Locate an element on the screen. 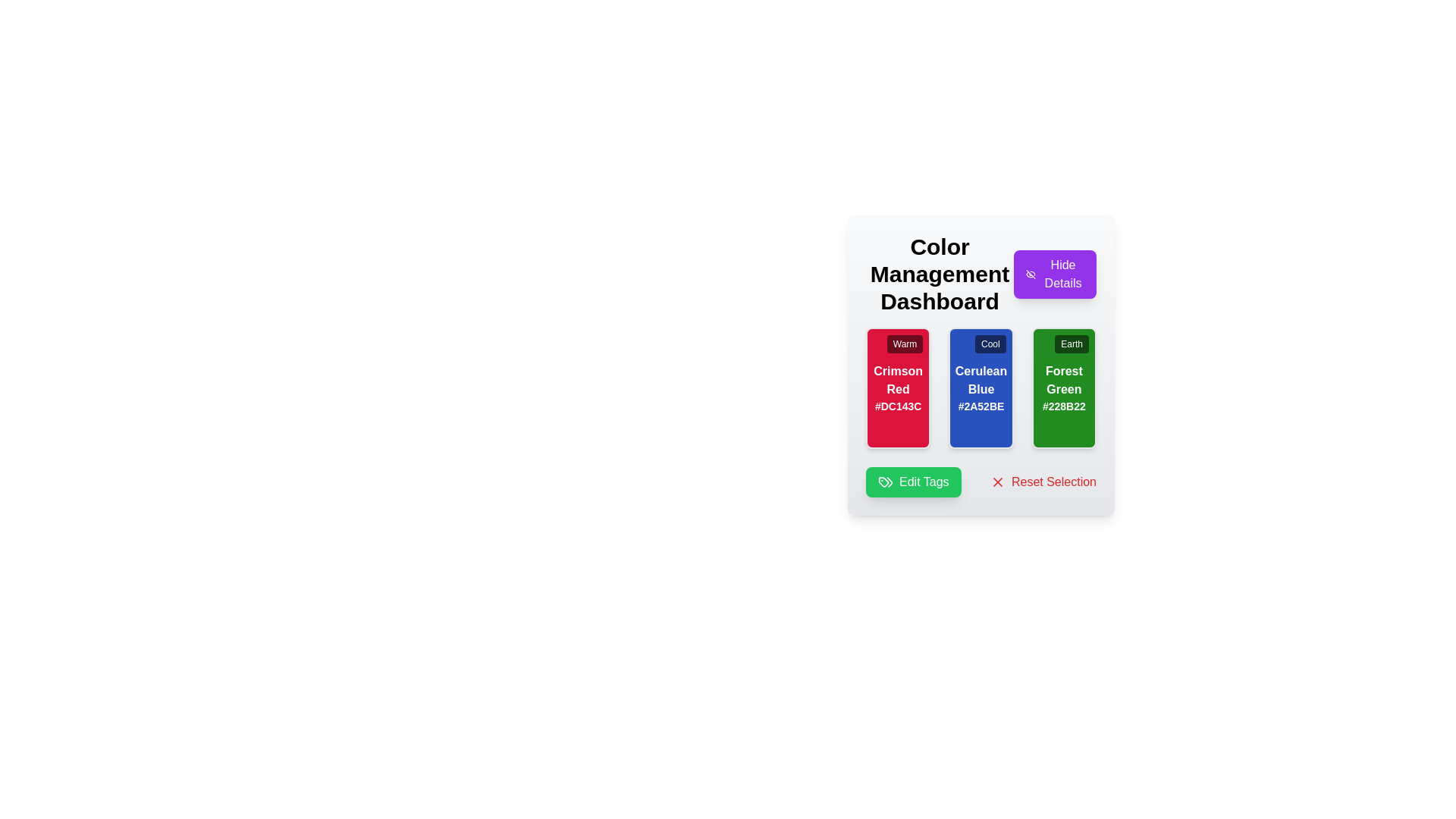  the bold, large title text label reading 'Color Management Dashboard', which is centrally located at the top of the interface, adjacent to the 'Hide Details' button is located at coordinates (939, 275).